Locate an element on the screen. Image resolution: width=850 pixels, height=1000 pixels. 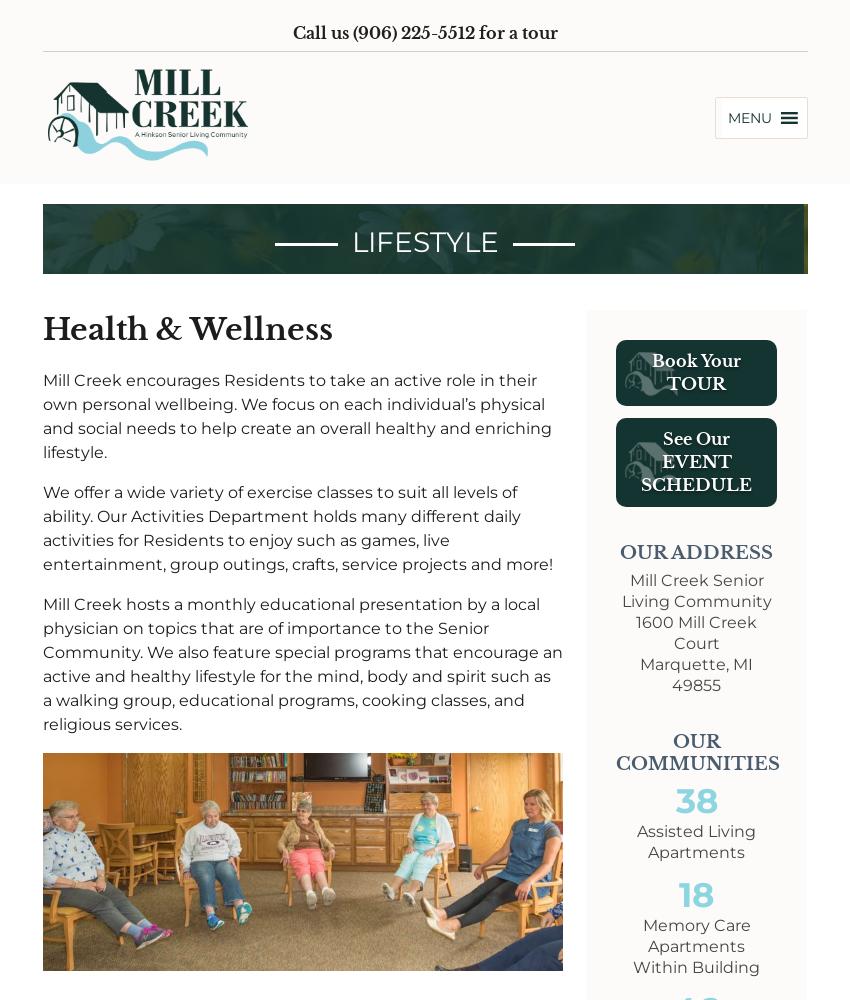
'Call us (906) 225-5512 for a tour' is located at coordinates (424, 33).